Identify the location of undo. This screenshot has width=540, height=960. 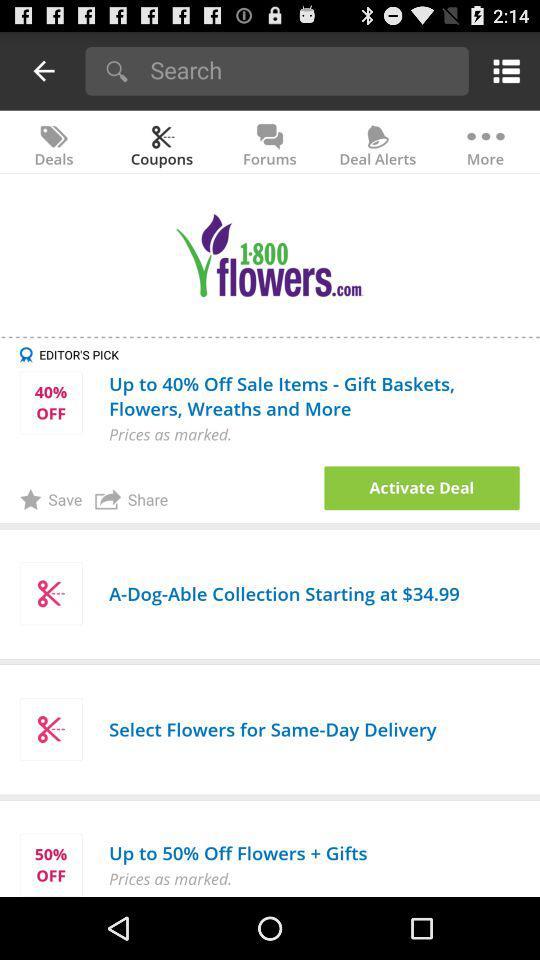
(44, 70).